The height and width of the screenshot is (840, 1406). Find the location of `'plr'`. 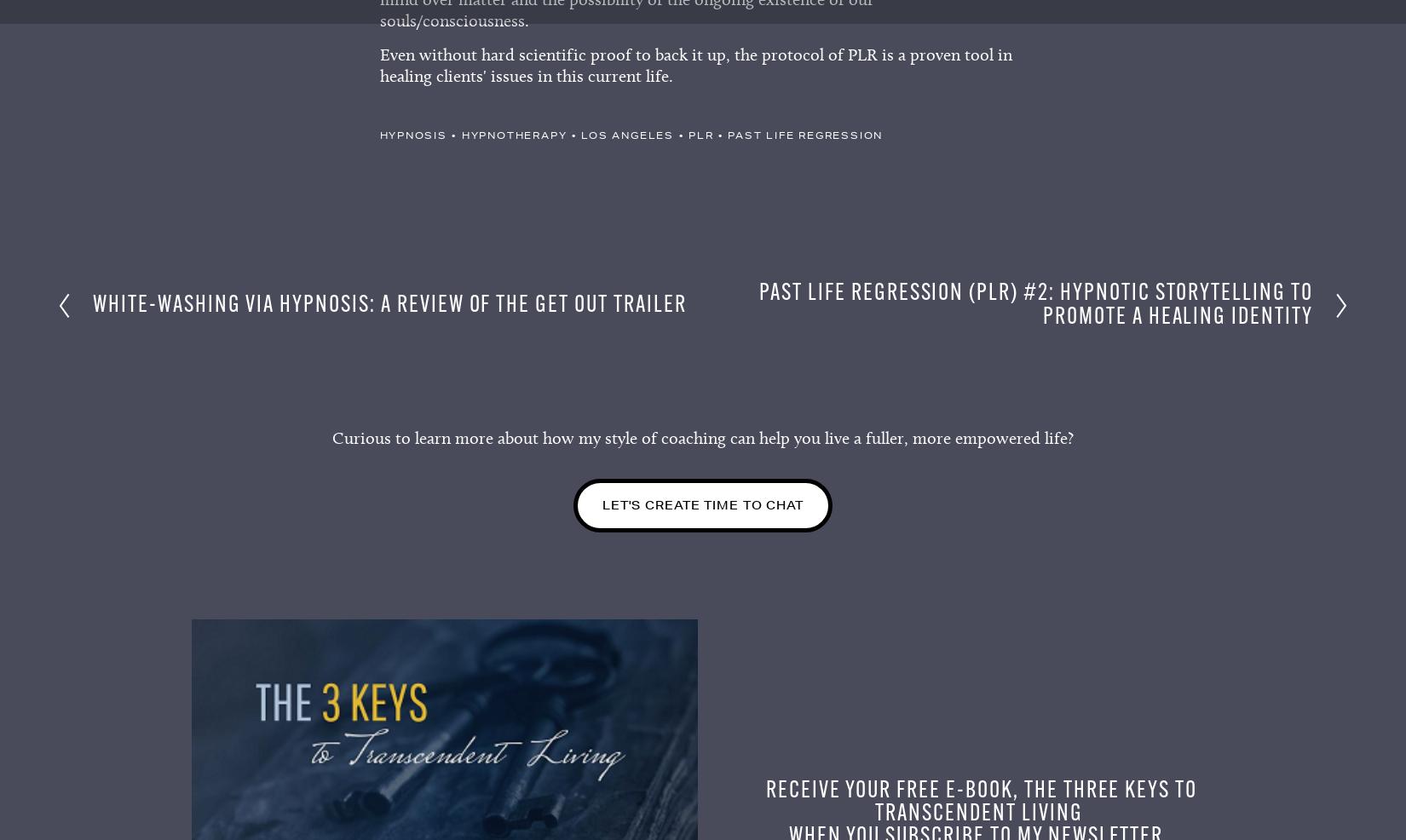

'plr' is located at coordinates (700, 140).